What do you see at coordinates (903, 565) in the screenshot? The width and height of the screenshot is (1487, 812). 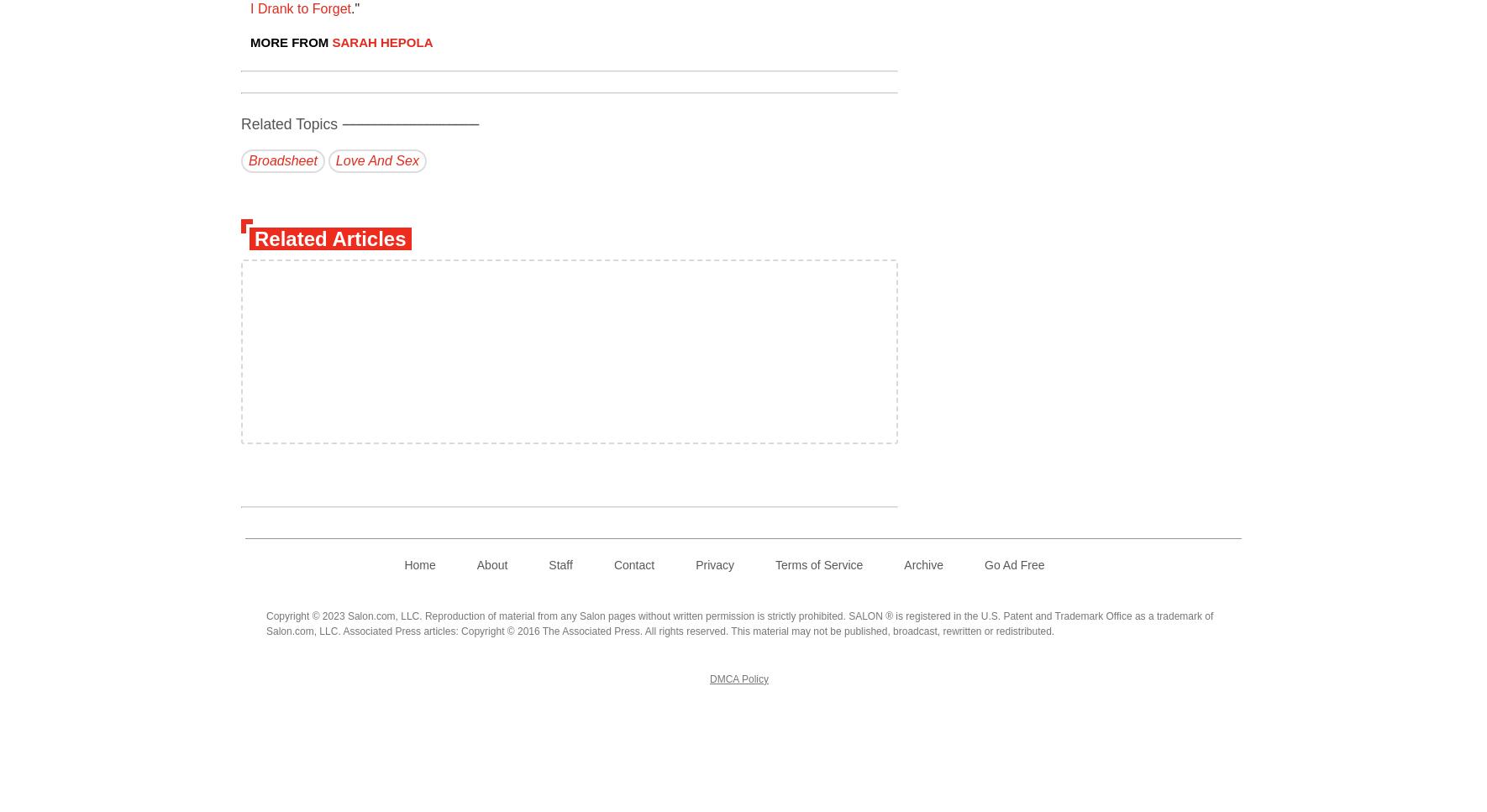 I see `'Archive'` at bounding box center [903, 565].